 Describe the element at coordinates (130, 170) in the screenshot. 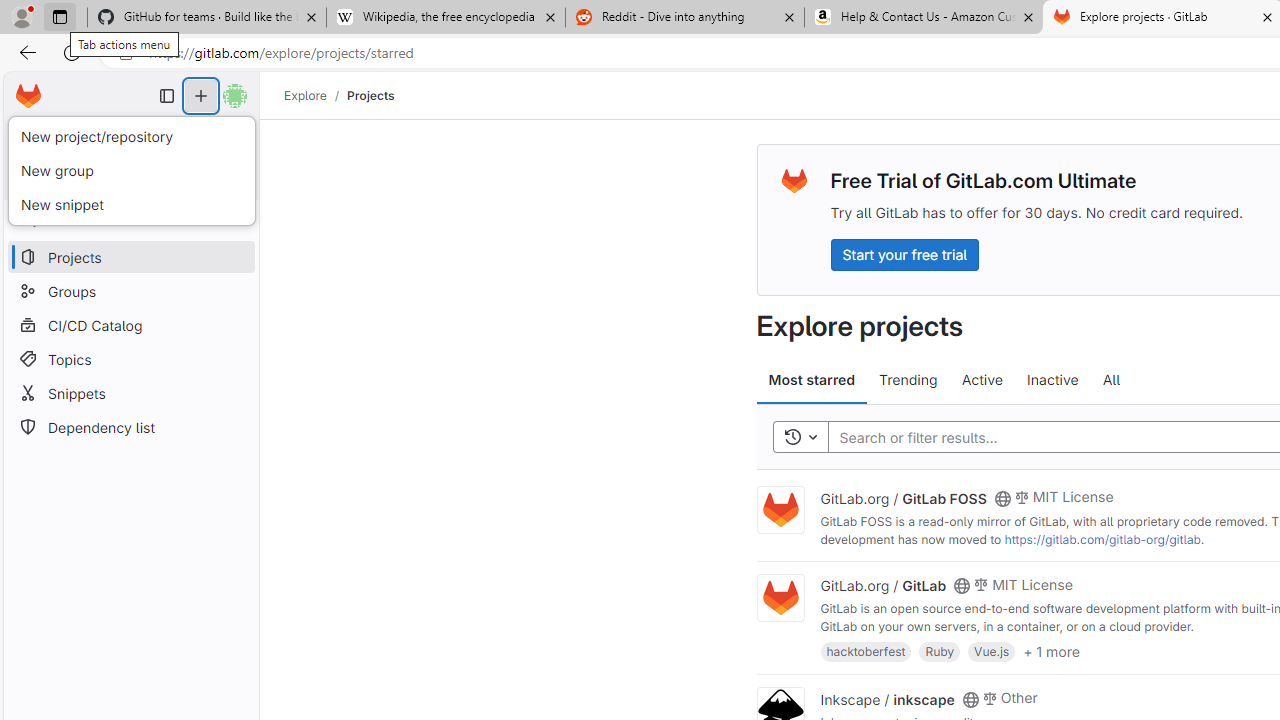

I see `'New group'` at that location.